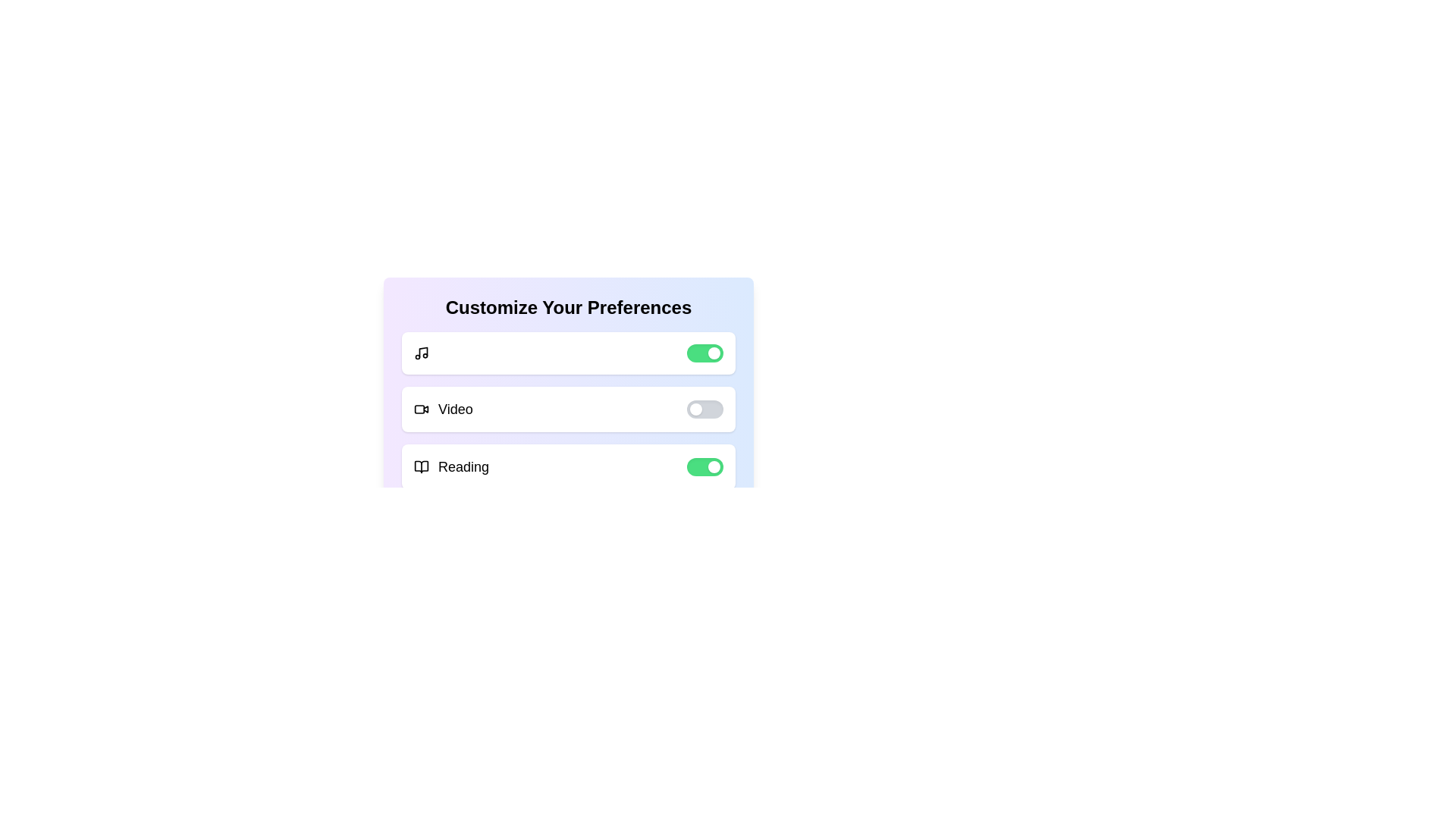  Describe the element at coordinates (422, 466) in the screenshot. I see `the icon next to Reading` at that location.